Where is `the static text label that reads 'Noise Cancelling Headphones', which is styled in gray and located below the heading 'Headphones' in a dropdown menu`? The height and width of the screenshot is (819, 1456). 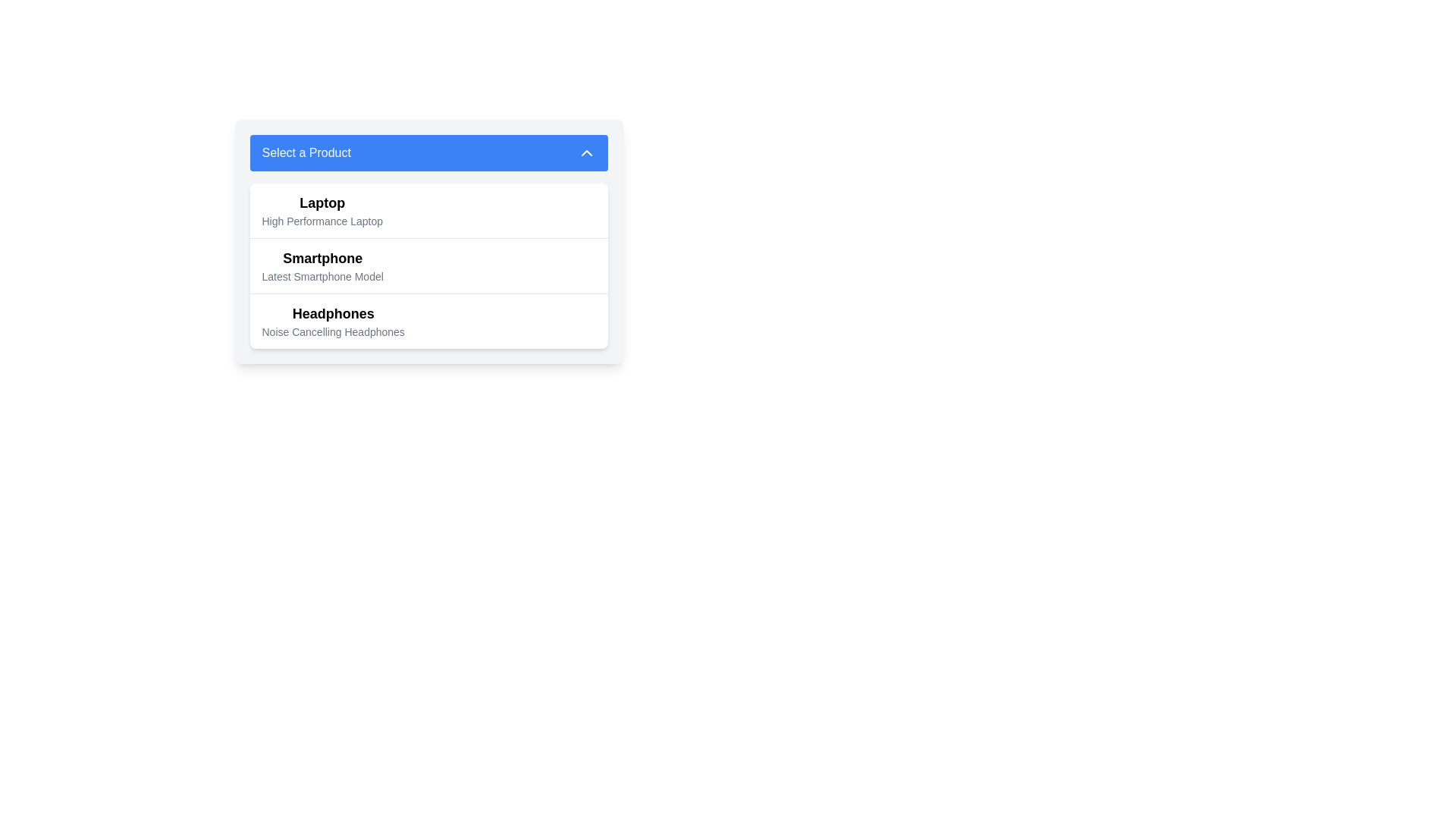 the static text label that reads 'Noise Cancelling Headphones', which is styled in gray and located below the heading 'Headphones' in a dropdown menu is located at coordinates (332, 331).